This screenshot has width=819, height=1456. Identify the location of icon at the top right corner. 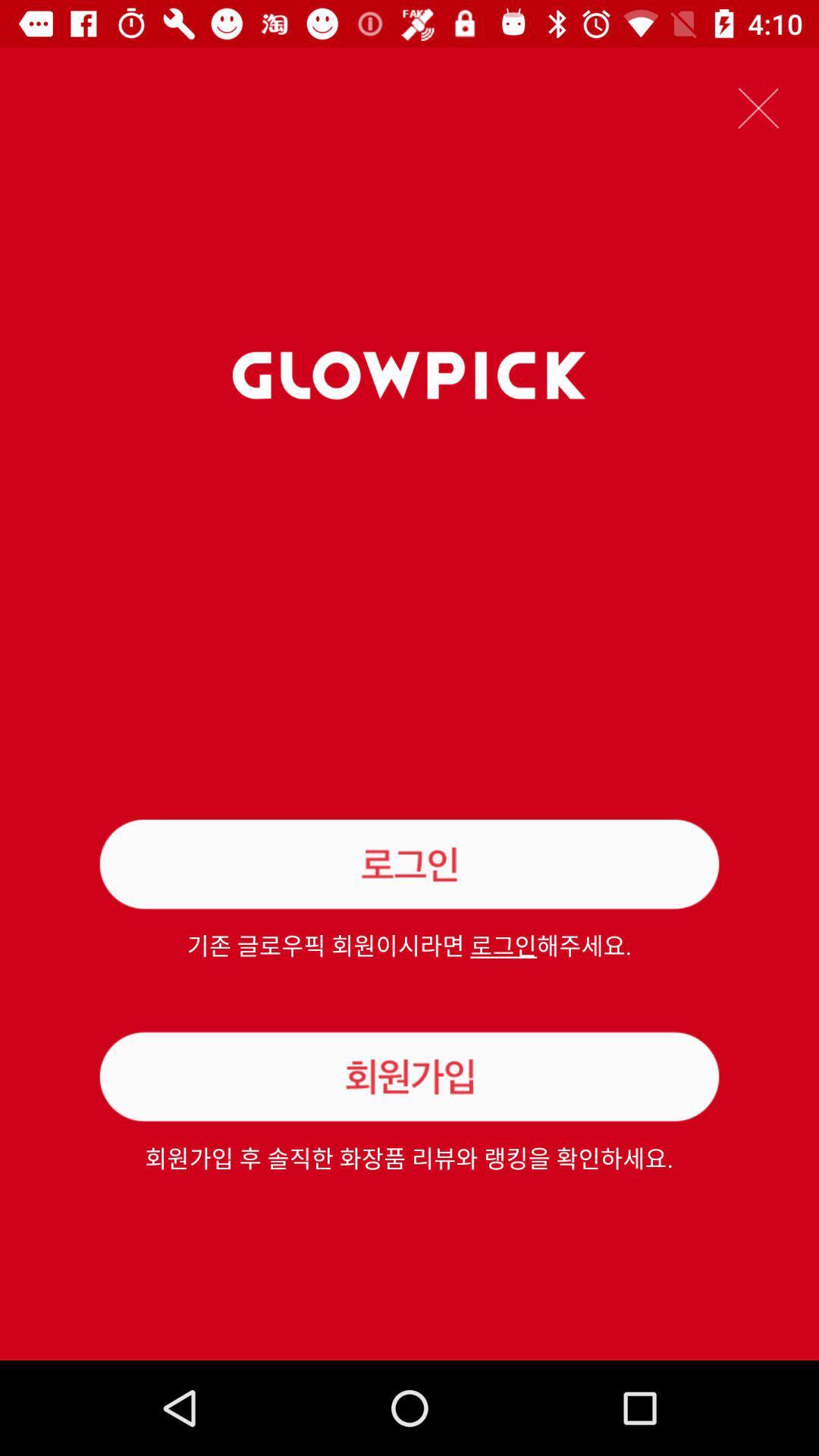
(758, 107).